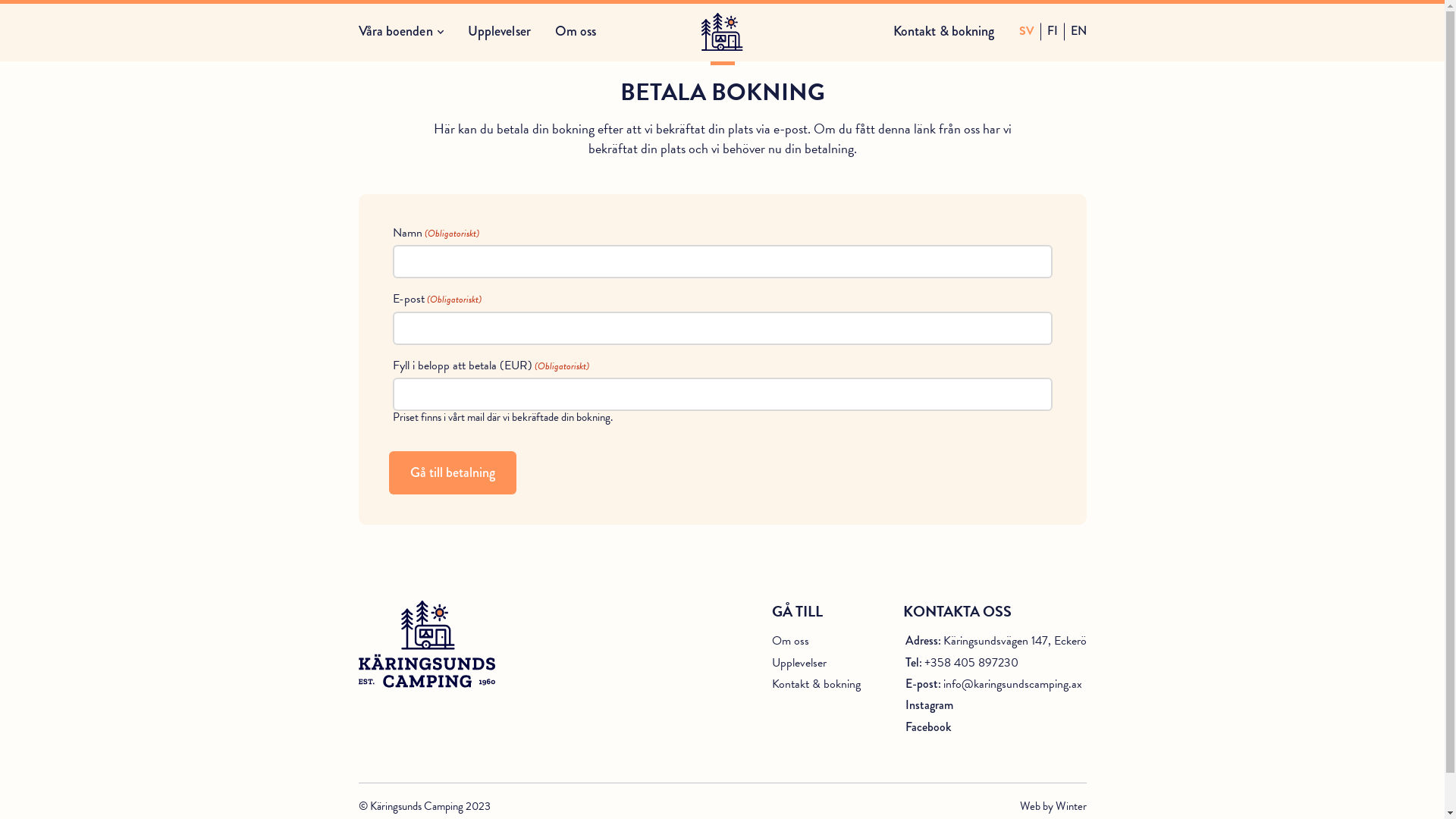 Image resolution: width=1456 pixels, height=819 pixels. Describe the element at coordinates (1012, 684) in the screenshot. I see `'info@karingsundscamping.ax'` at that location.